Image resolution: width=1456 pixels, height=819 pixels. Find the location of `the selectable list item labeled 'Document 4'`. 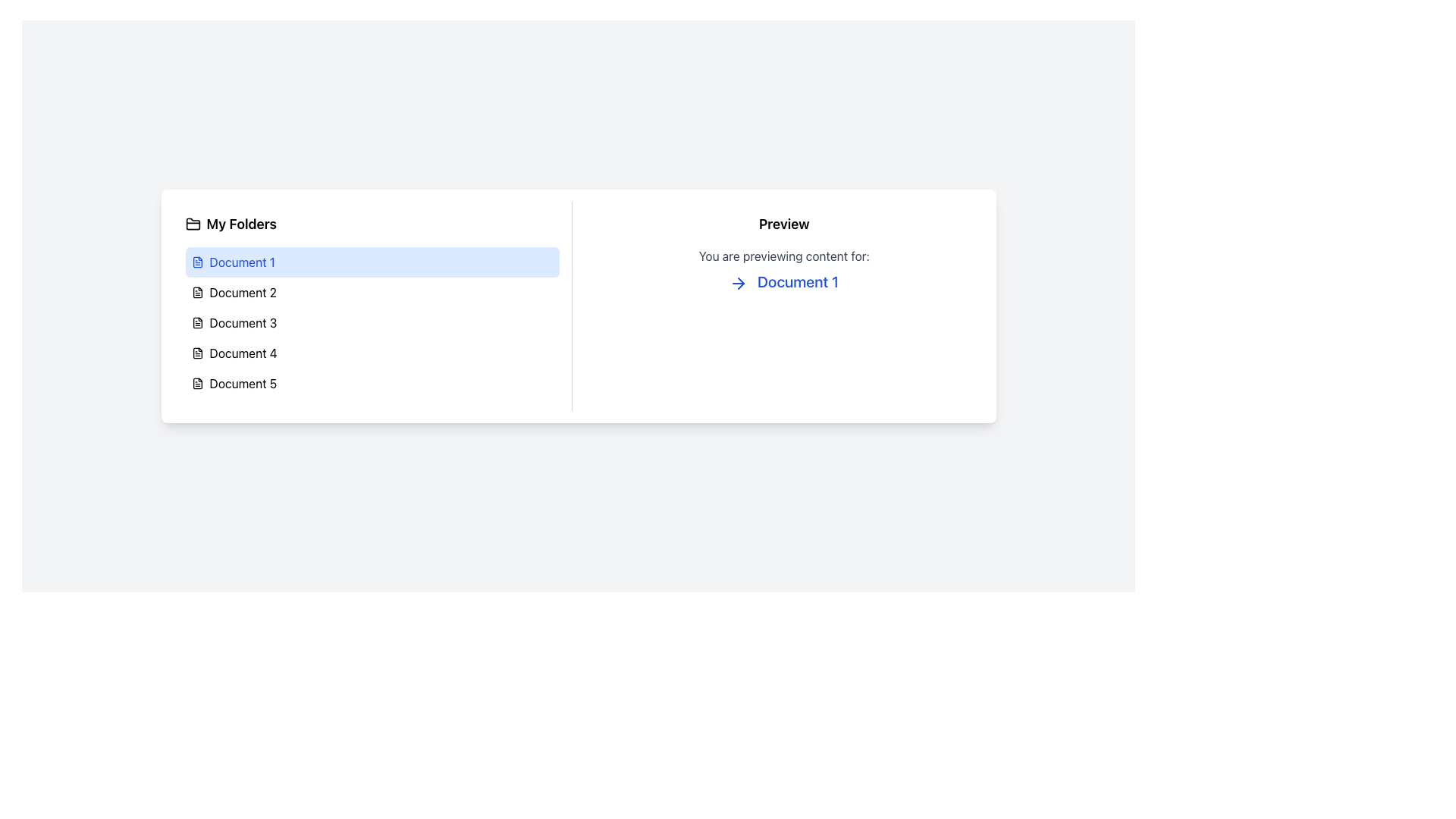

the selectable list item labeled 'Document 4' is located at coordinates (372, 353).